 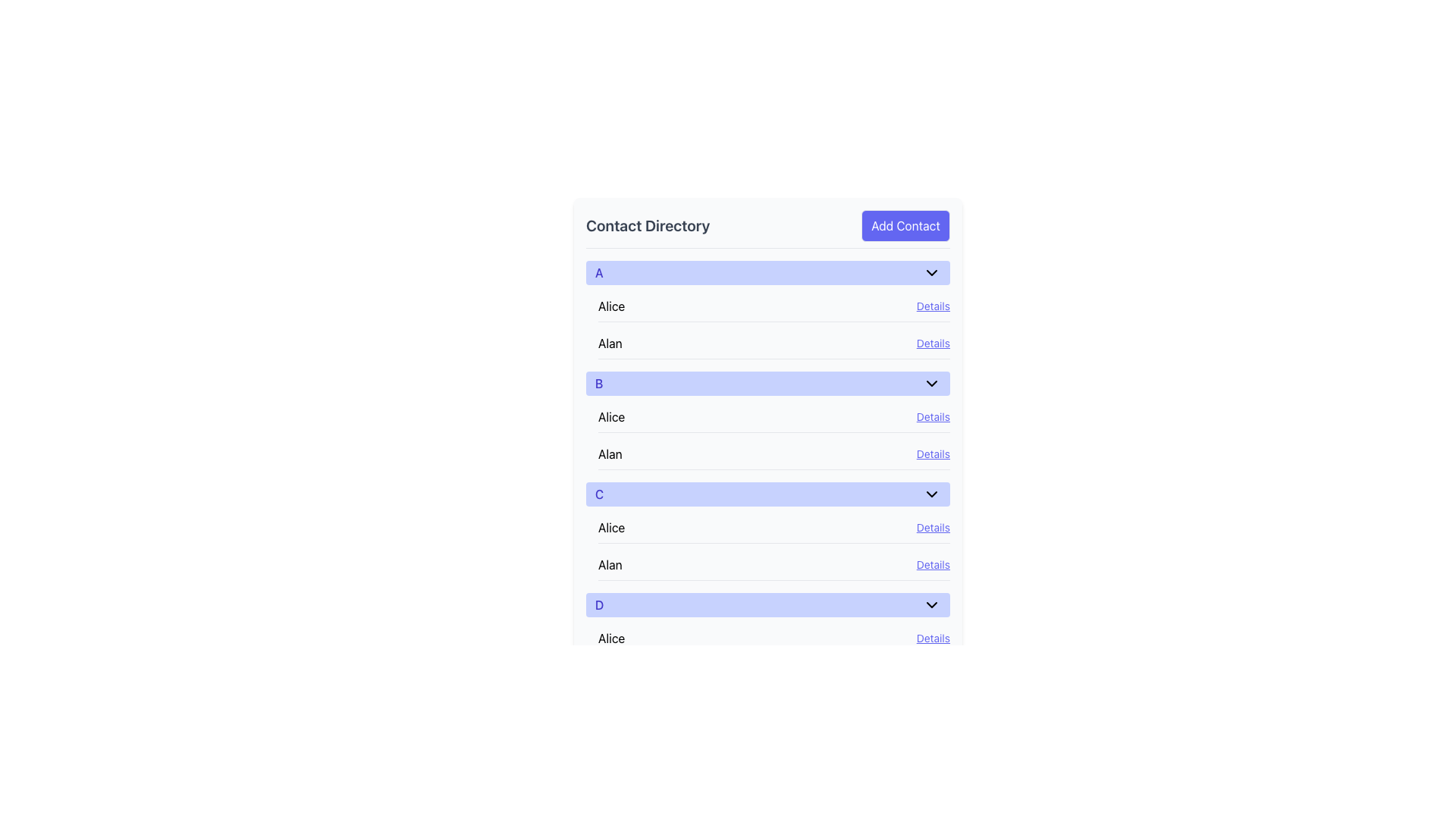 What do you see at coordinates (932, 306) in the screenshot?
I see `the 'Details' hyperlink, which is styled with small indigo font and underlined text, located in the right portion of the row that displays the name 'Alice'` at bounding box center [932, 306].